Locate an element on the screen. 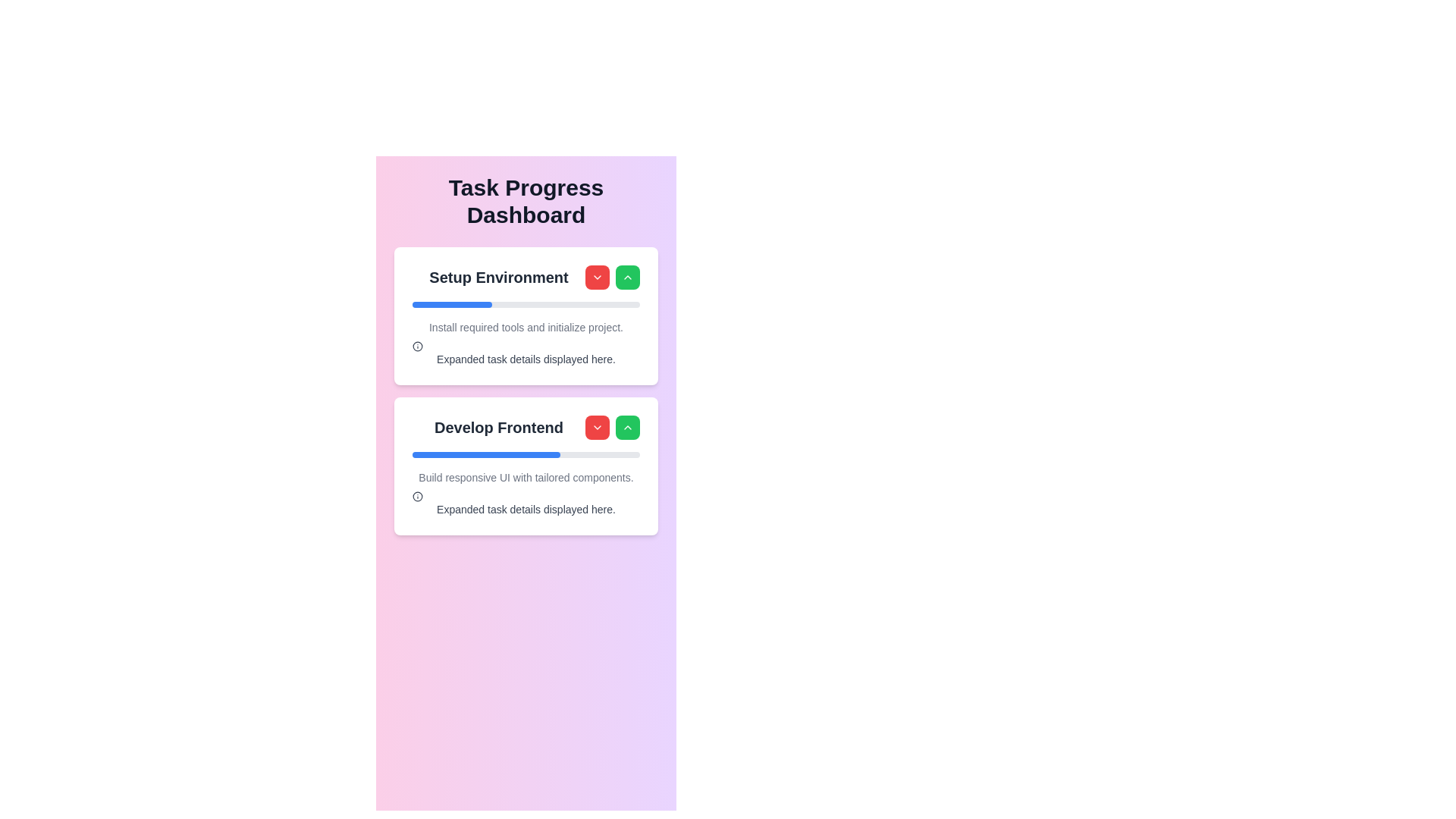 The height and width of the screenshot is (819, 1456). the text label that displays 'Expanded task details displayed here.' is located at coordinates (526, 509).